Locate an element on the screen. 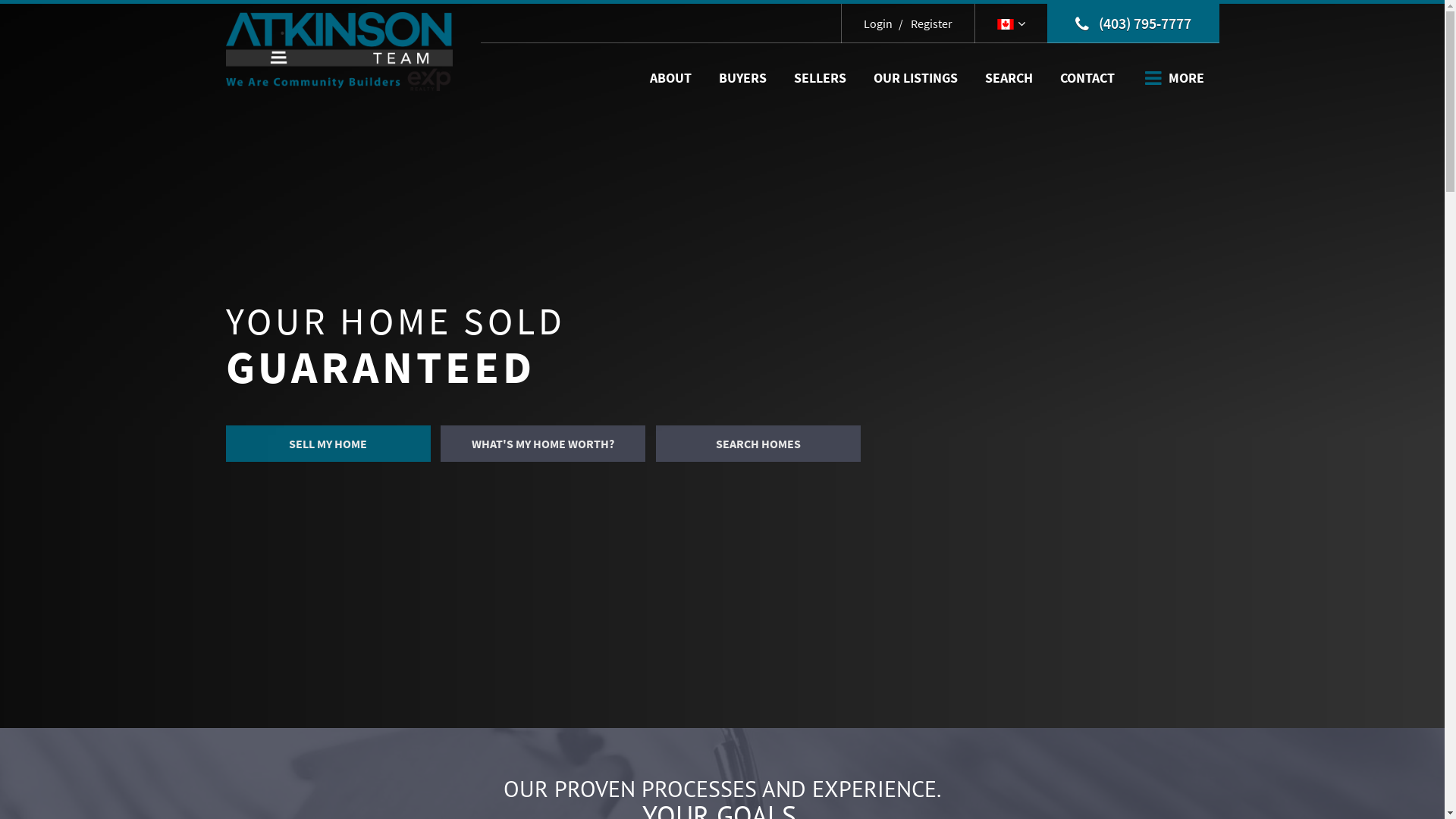 The image size is (1456, 819). 'SELLERS' is located at coordinates (818, 78).